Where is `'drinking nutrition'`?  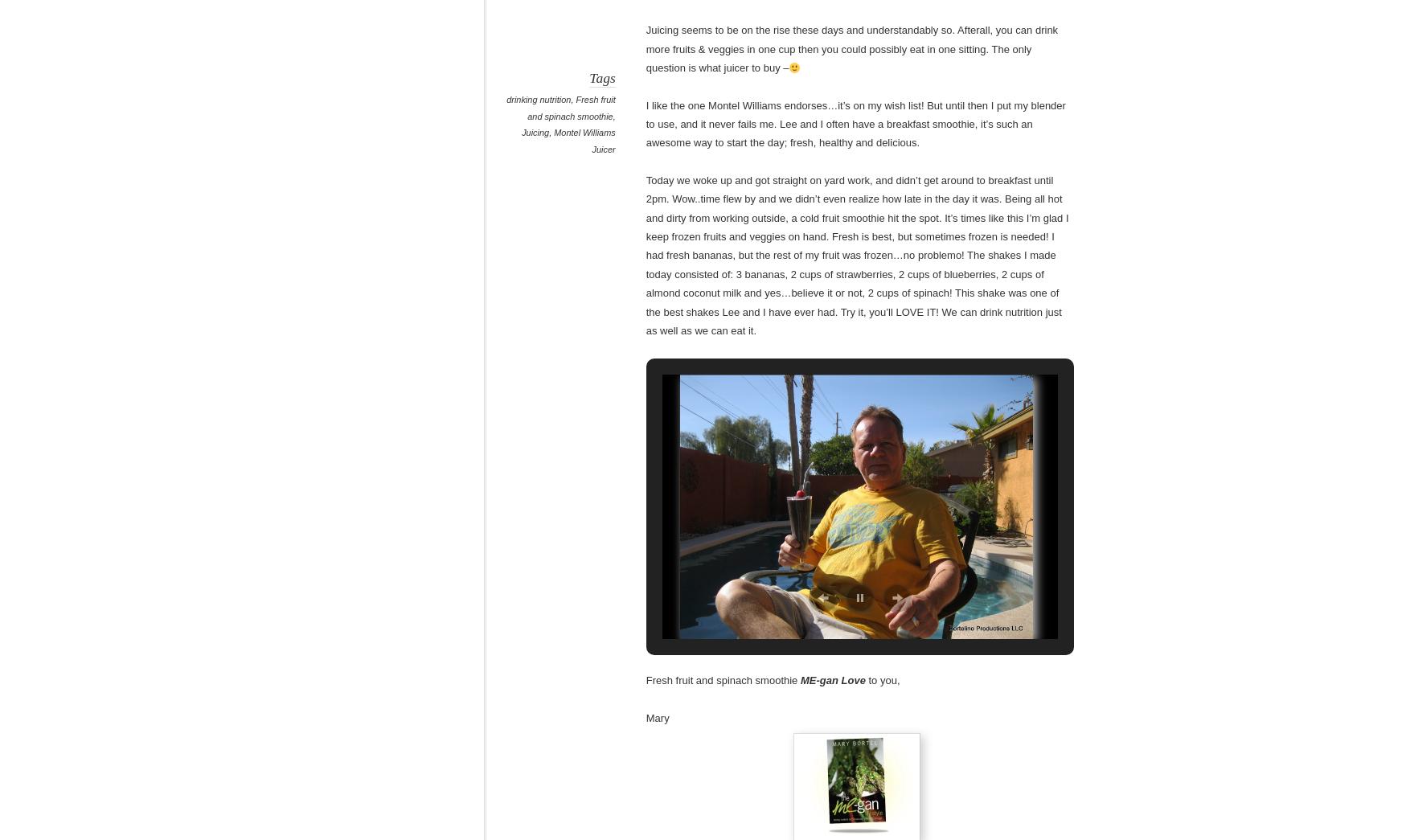
'drinking nutrition' is located at coordinates (539, 99).